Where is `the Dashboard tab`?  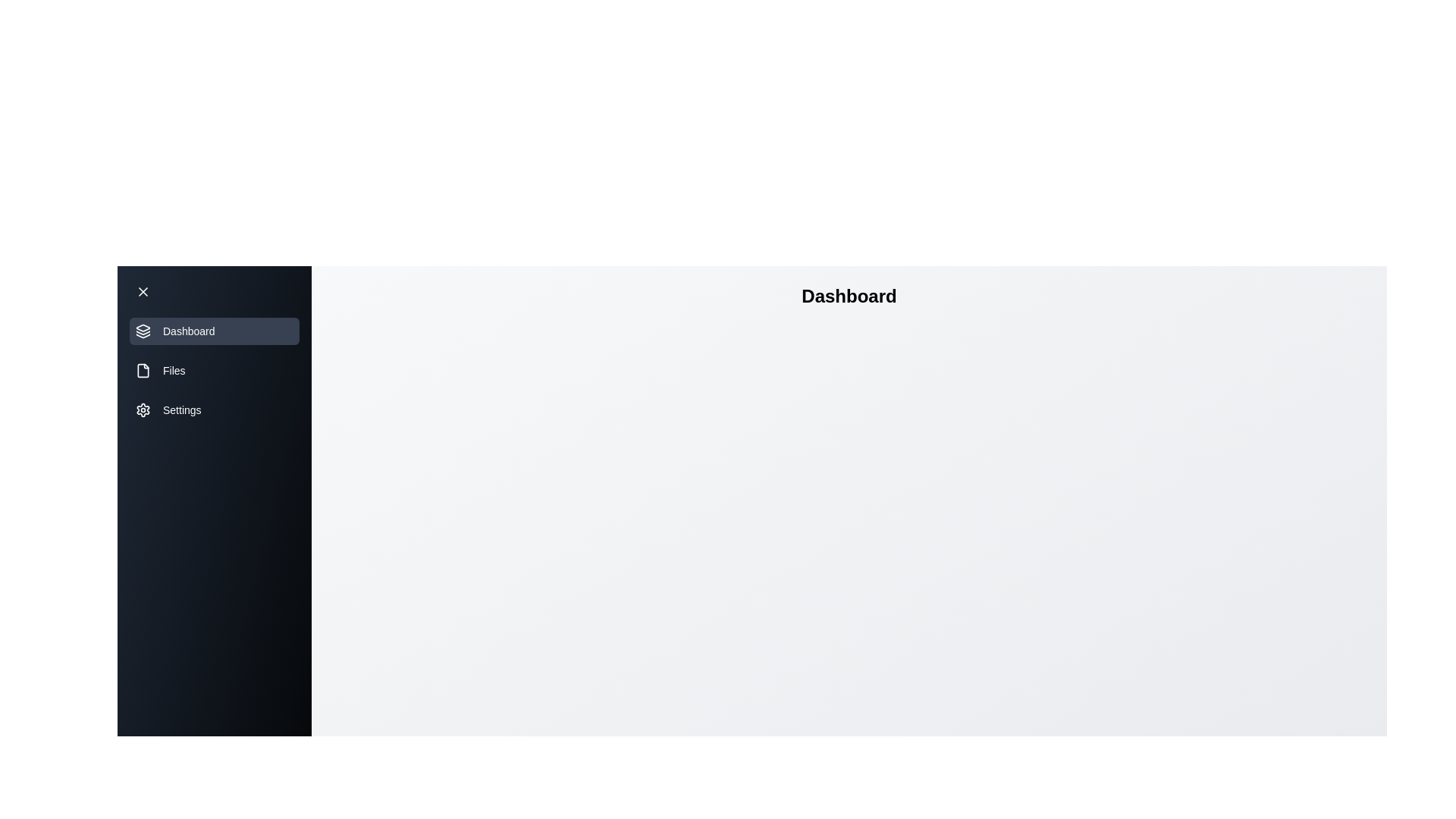
the Dashboard tab is located at coordinates (214, 330).